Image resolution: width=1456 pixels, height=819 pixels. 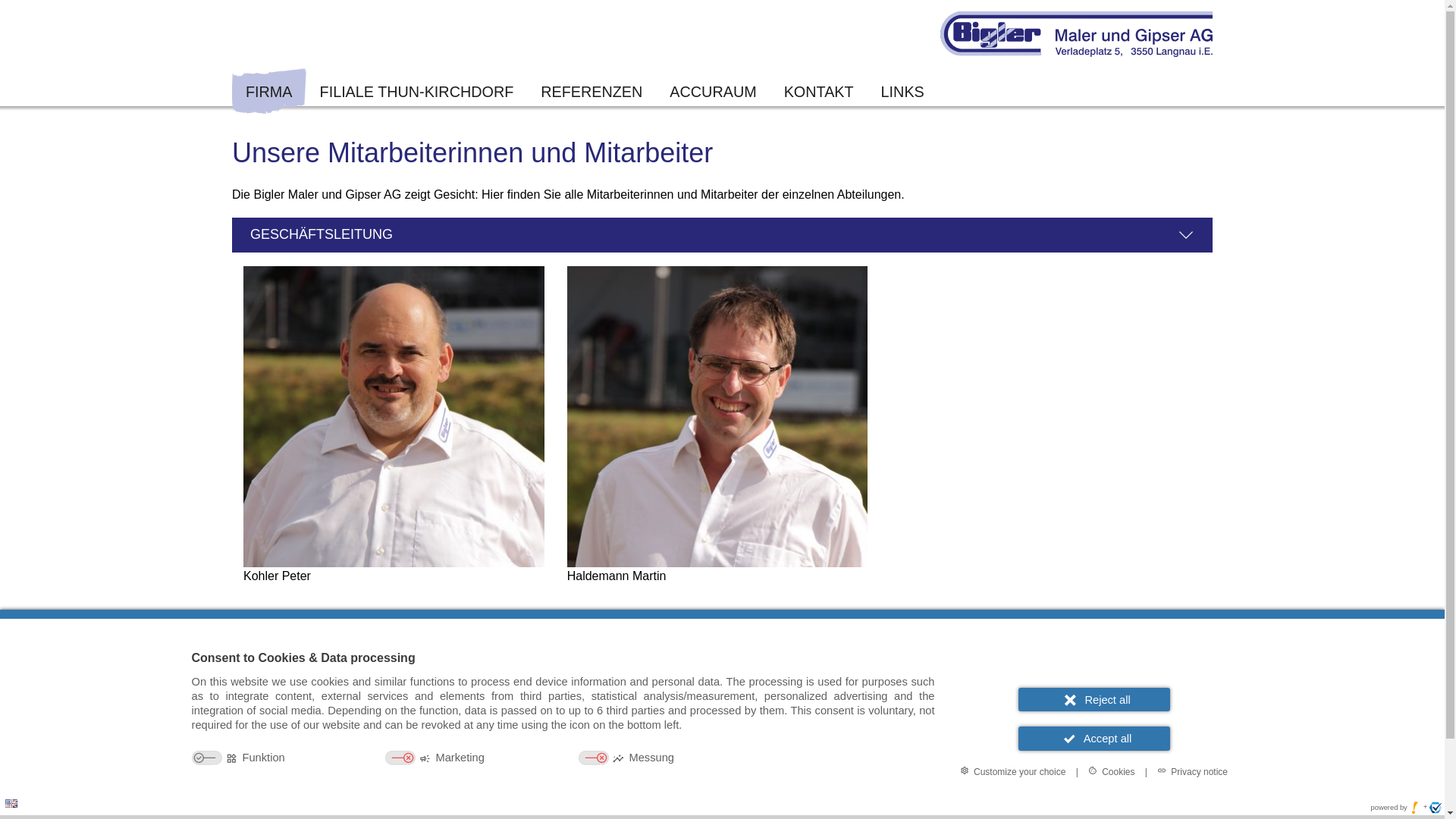 I want to click on 'LINKS', so click(x=902, y=91).